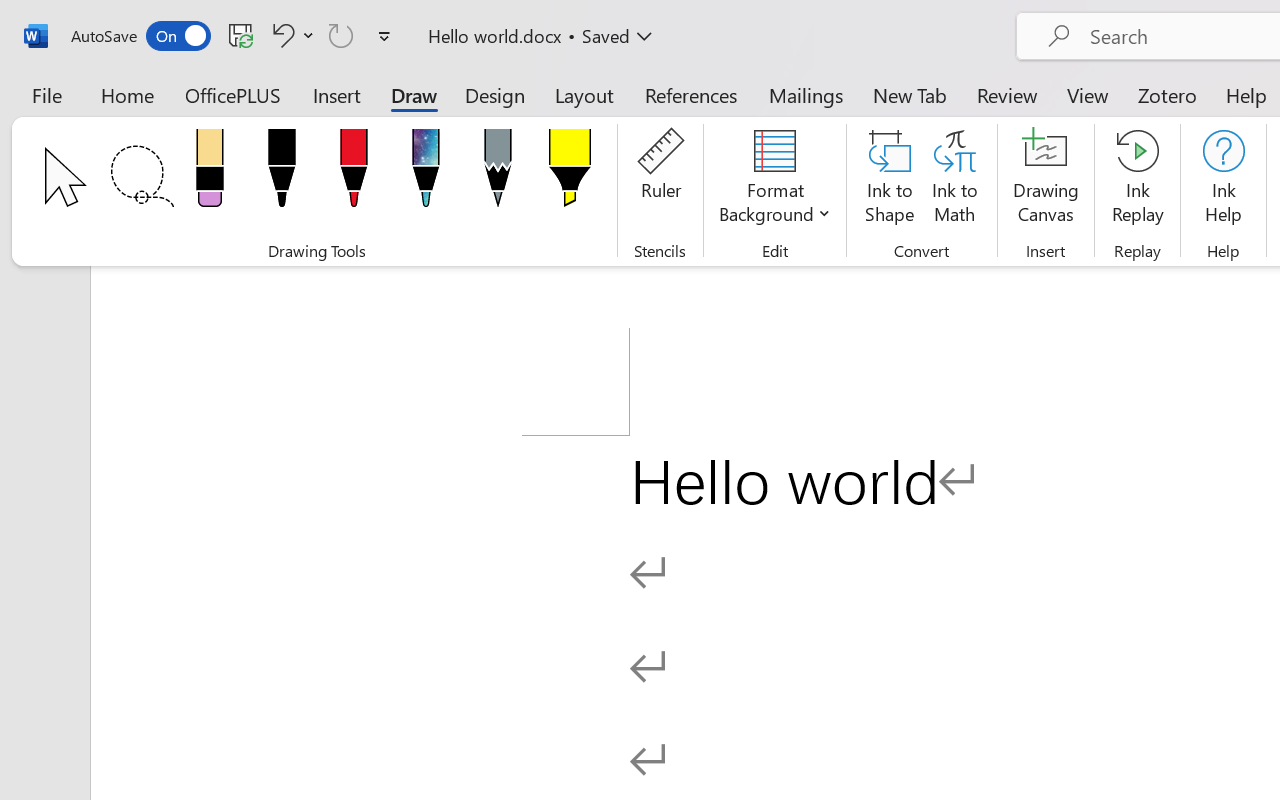 This screenshot has width=1280, height=800. I want to click on 'Ink Help', so click(1222, 179).